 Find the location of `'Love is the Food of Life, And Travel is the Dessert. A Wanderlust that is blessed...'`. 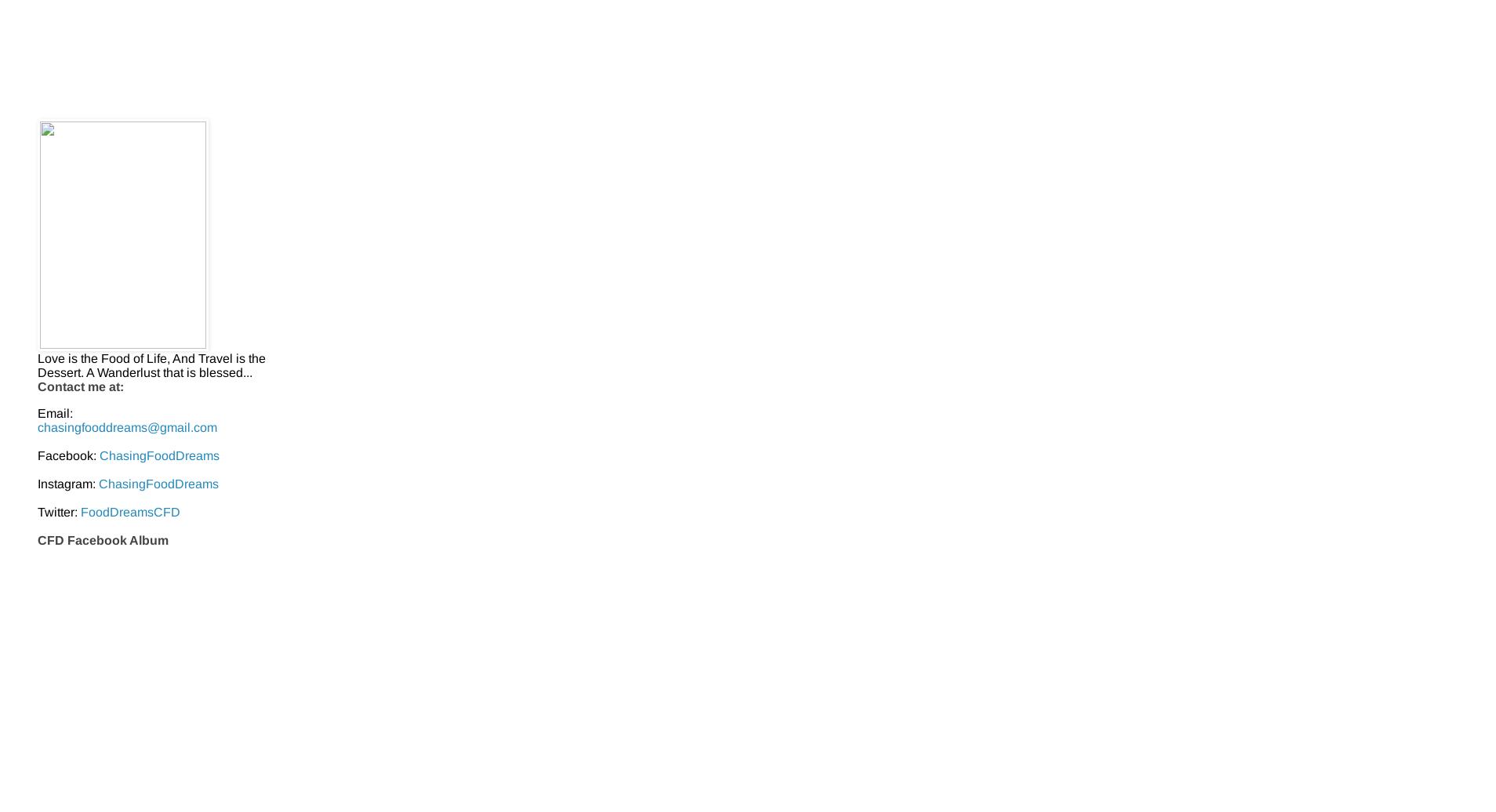

'Love is the Food of Life, And Travel is the Dessert. A Wanderlust that is blessed...' is located at coordinates (151, 364).